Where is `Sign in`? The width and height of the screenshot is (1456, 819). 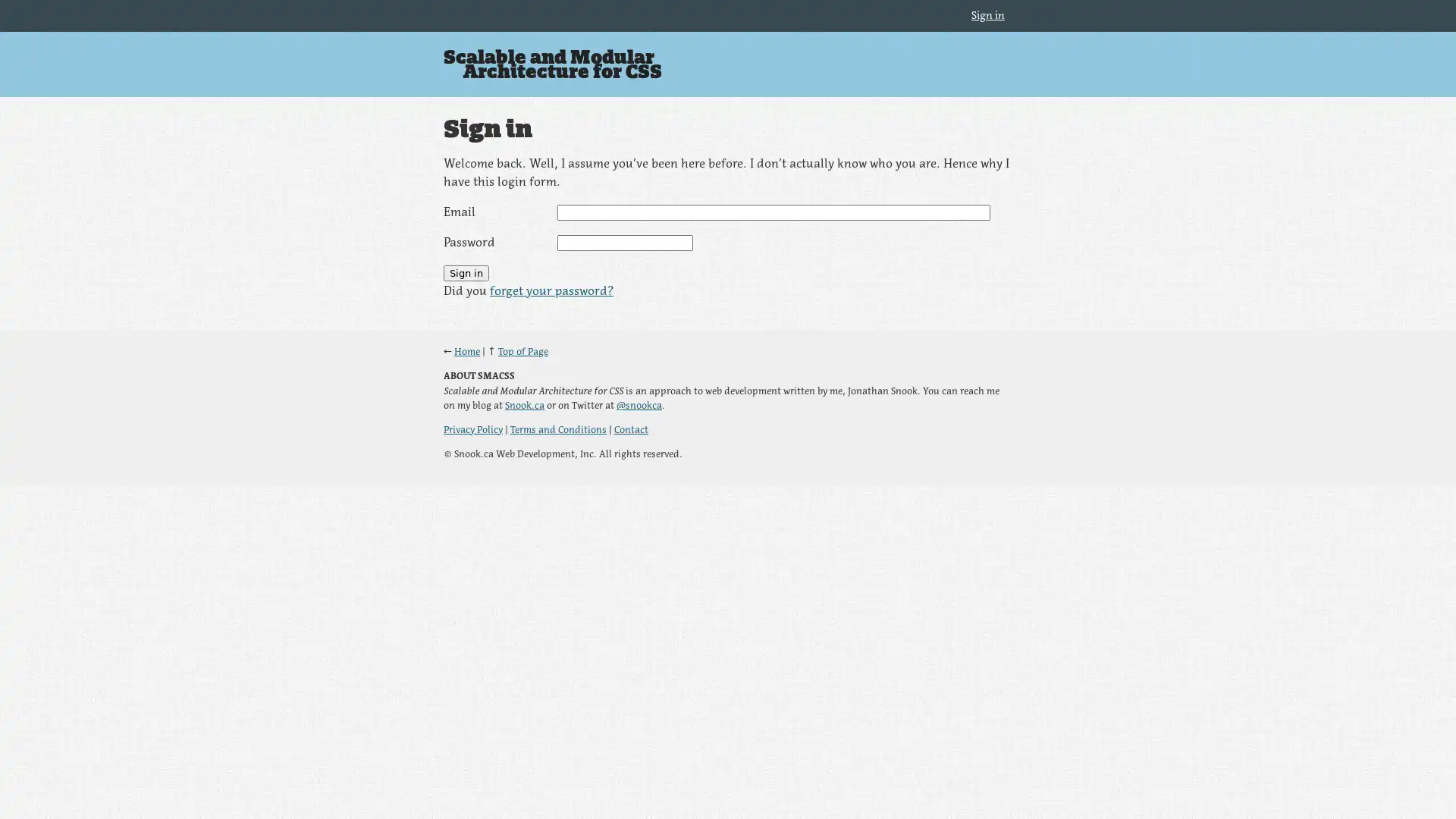 Sign in is located at coordinates (465, 273).